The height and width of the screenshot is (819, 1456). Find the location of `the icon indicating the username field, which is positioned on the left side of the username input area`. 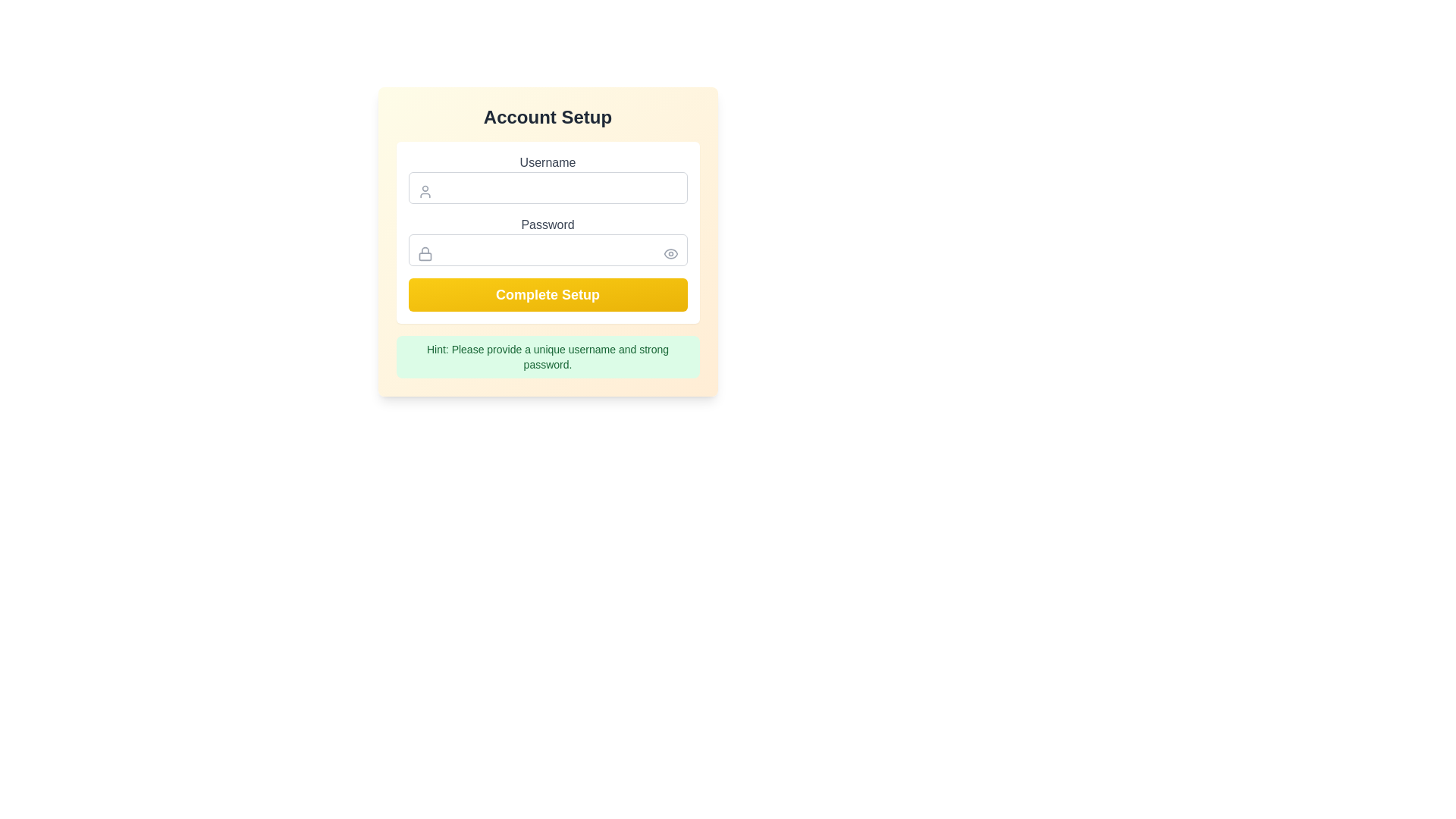

the icon indicating the username field, which is positioned on the left side of the username input area is located at coordinates (425, 191).